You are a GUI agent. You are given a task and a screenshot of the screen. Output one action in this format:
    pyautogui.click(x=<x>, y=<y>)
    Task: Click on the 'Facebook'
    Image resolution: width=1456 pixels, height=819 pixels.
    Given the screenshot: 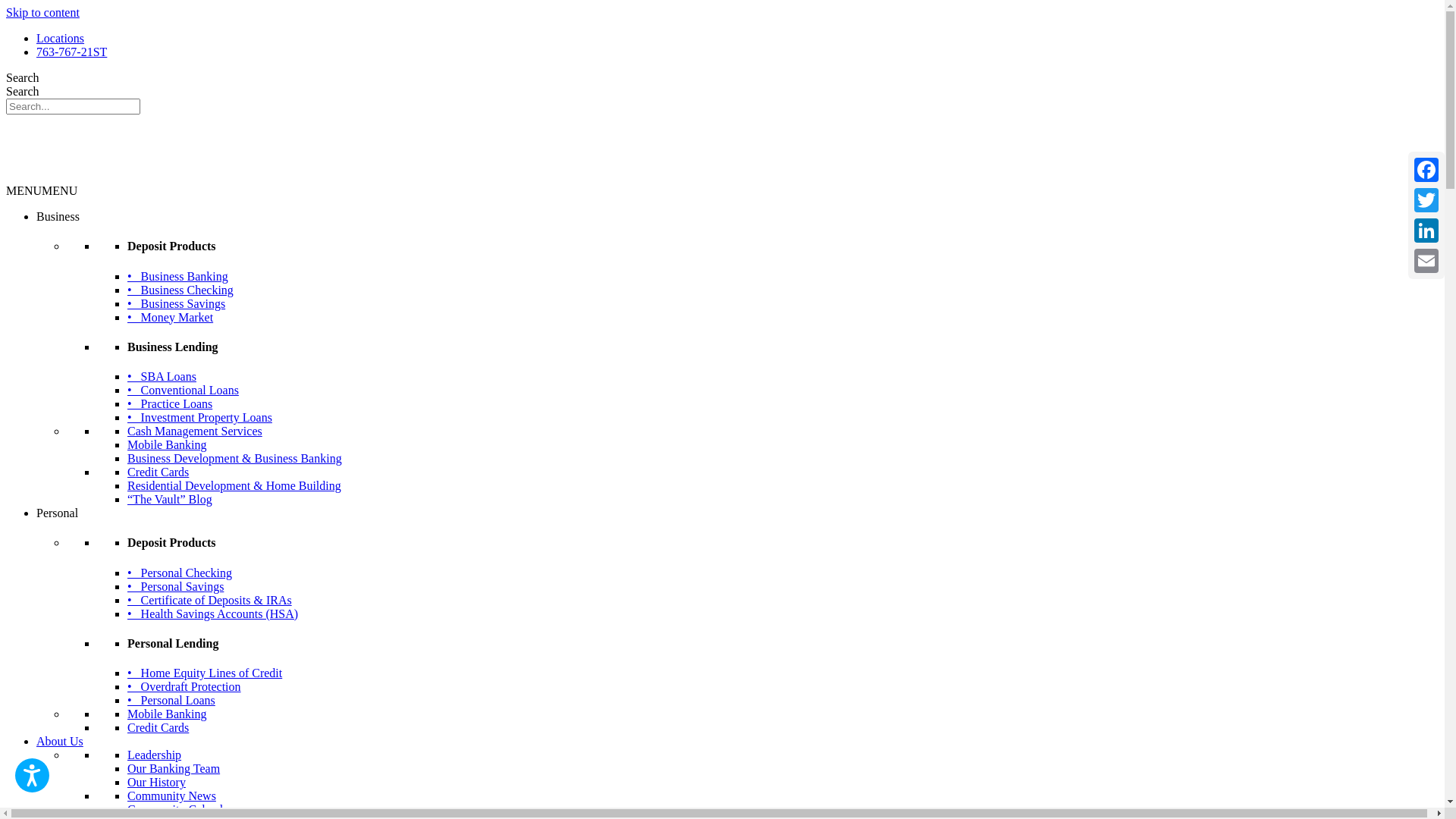 What is the action you would take?
    pyautogui.click(x=1426, y=169)
    